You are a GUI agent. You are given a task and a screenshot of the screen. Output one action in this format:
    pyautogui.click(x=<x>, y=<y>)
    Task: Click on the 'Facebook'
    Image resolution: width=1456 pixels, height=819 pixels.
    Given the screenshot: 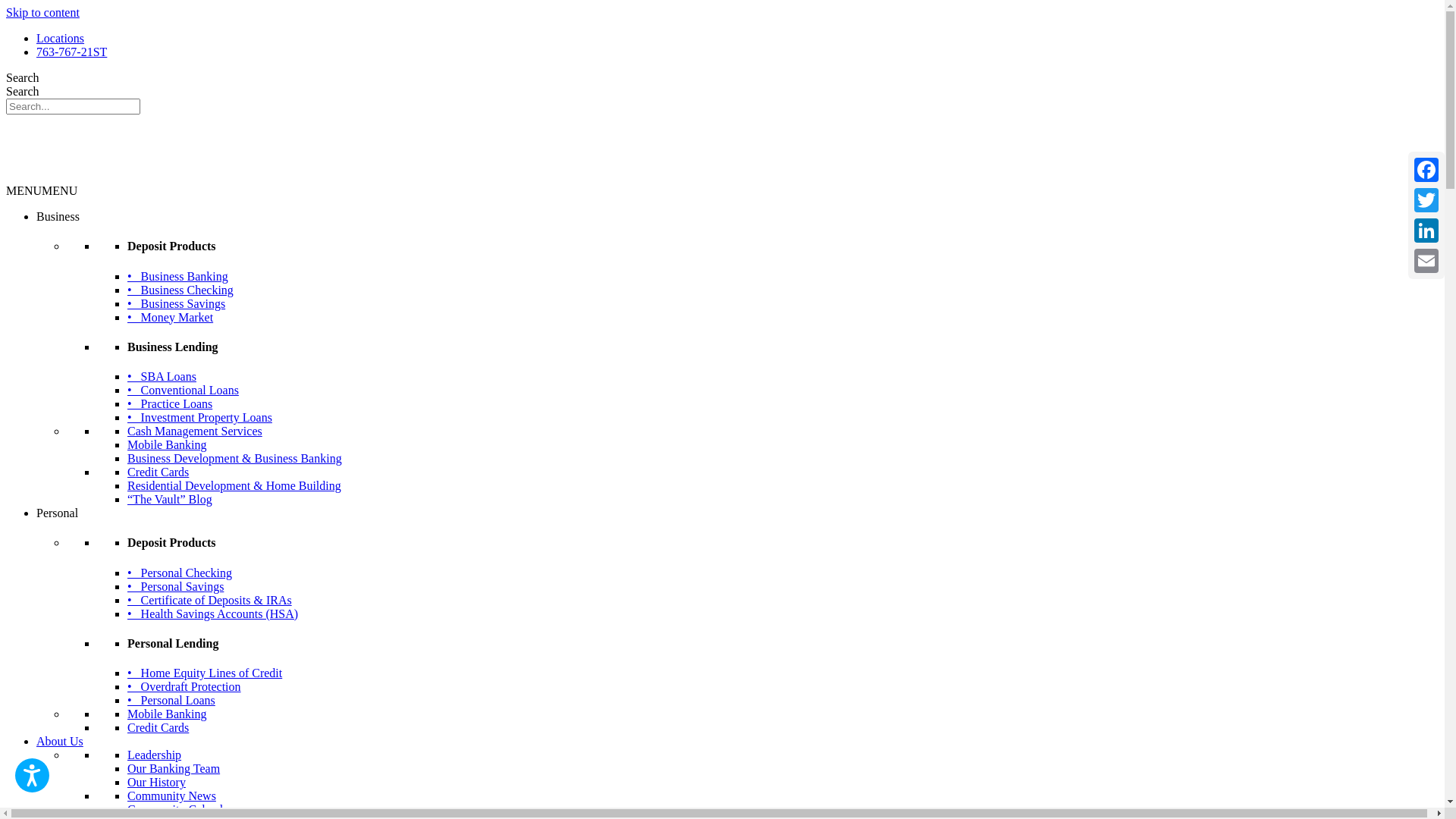 What is the action you would take?
    pyautogui.click(x=1426, y=169)
    